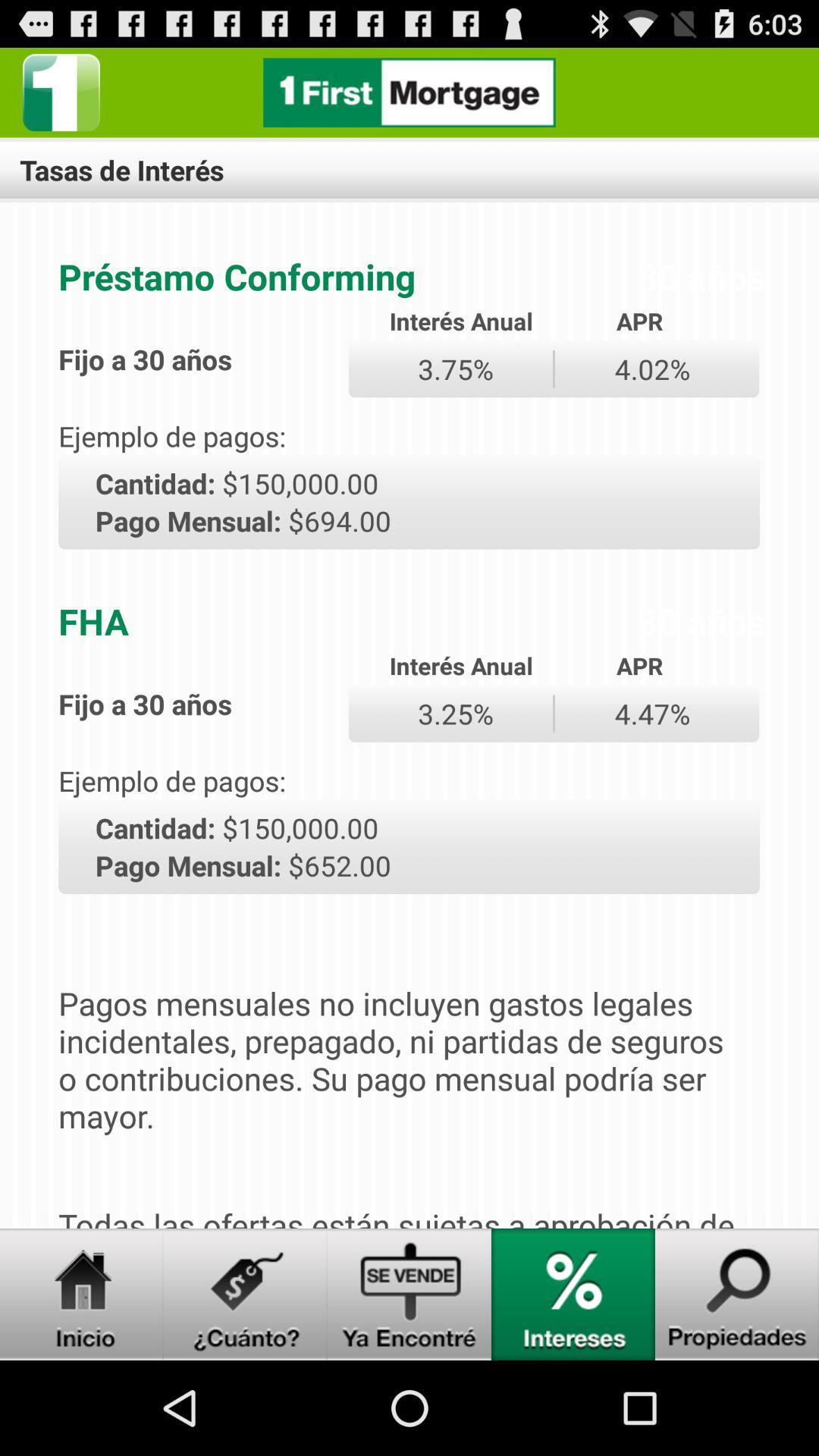  I want to click on home page link, so click(409, 92).